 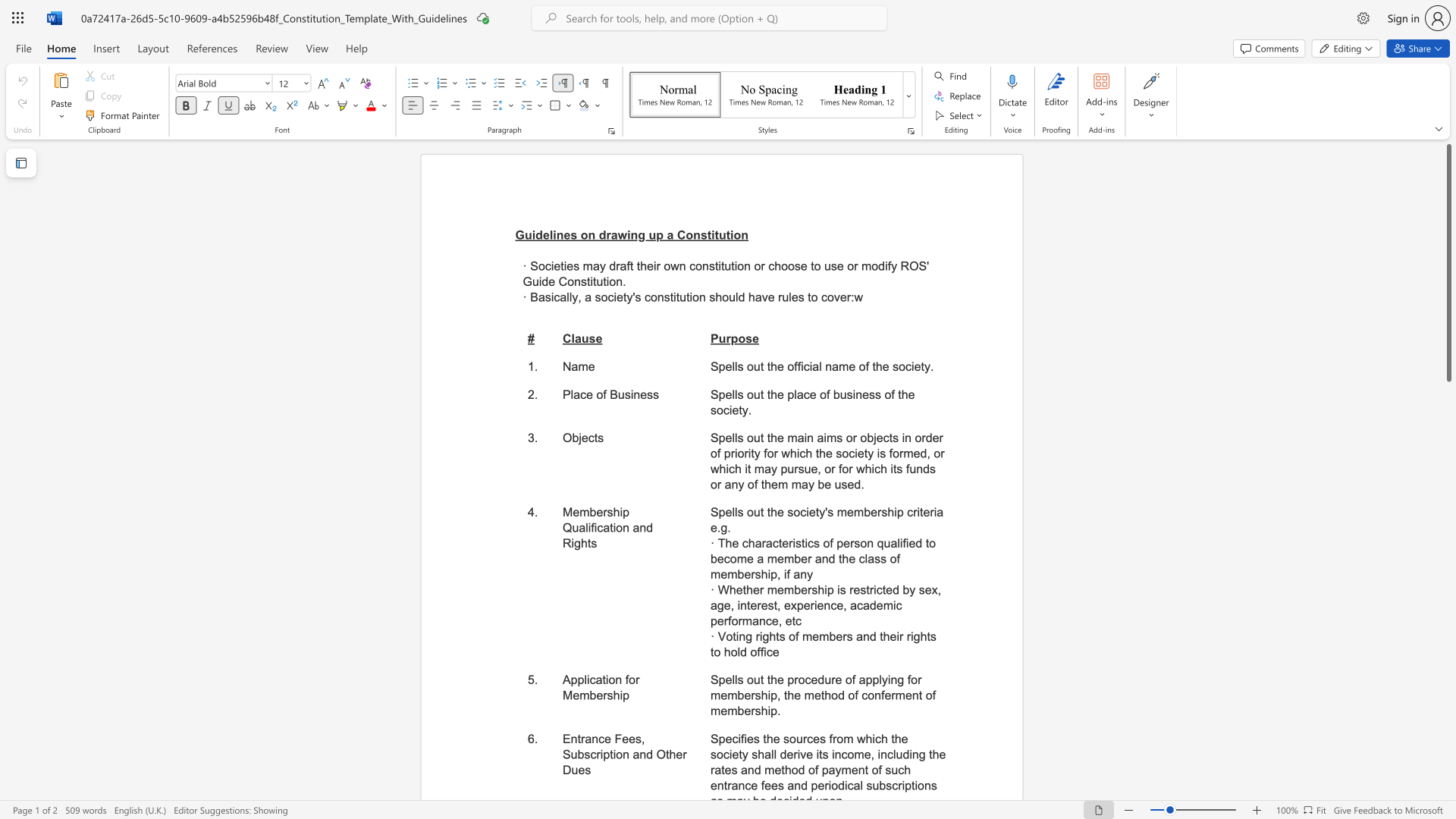 What do you see at coordinates (1448, 713) in the screenshot?
I see `the scrollbar on the right to shift the page lower` at bounding box center [1448, 713].